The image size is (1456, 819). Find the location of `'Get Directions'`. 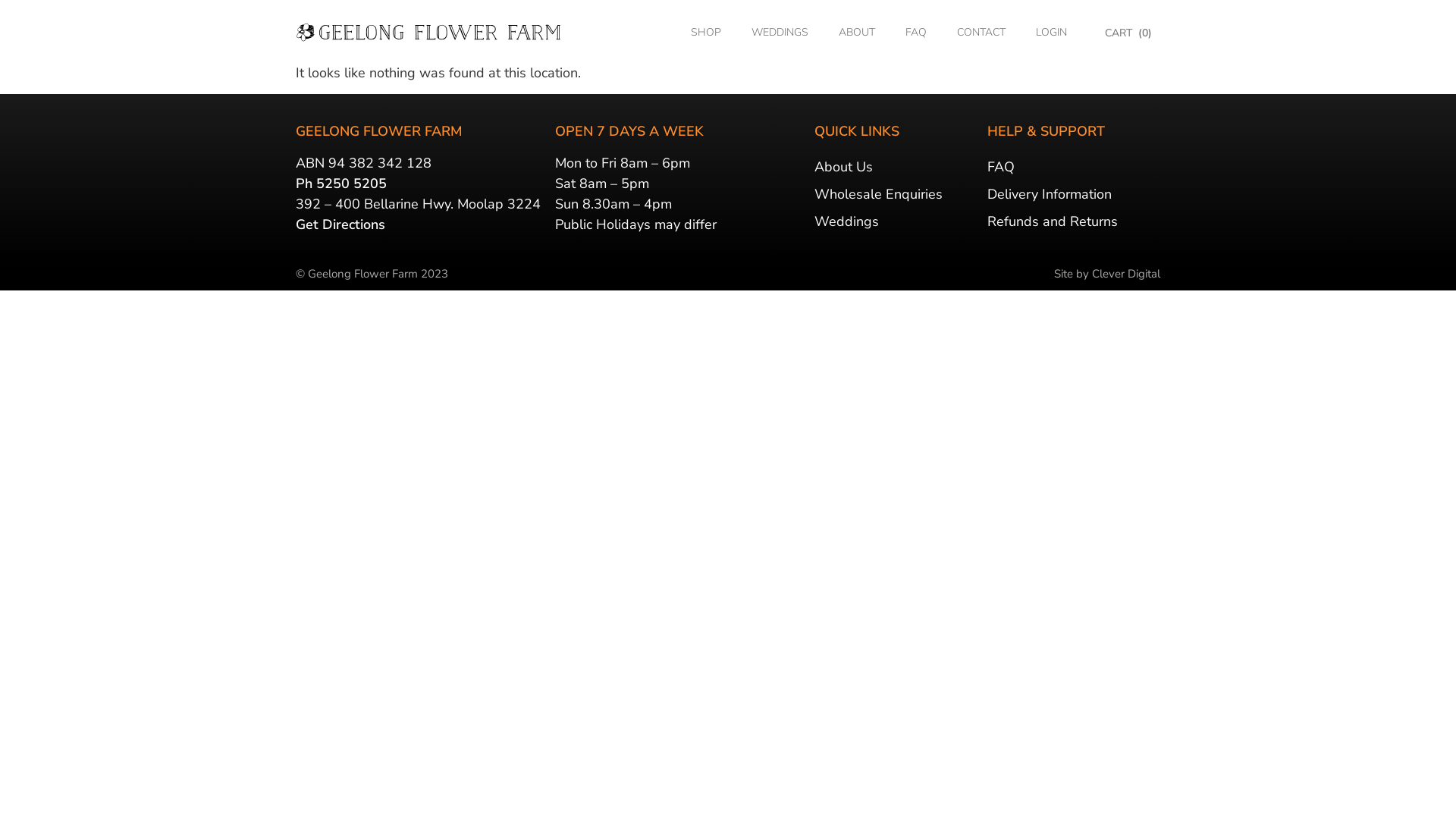

'Get Directions' is located at coordinates (340, 224).